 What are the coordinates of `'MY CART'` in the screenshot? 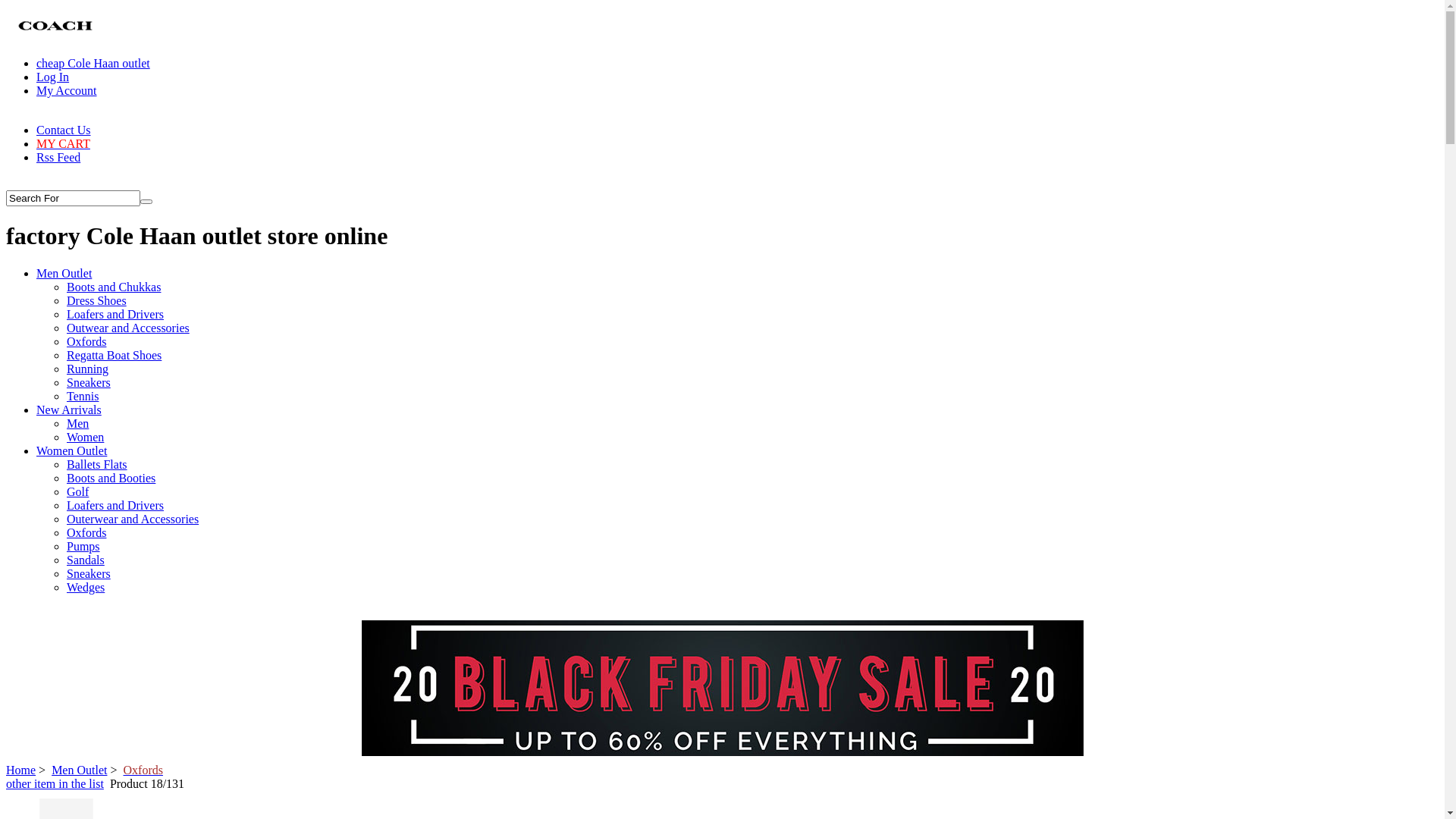 It's located at (62, 143).